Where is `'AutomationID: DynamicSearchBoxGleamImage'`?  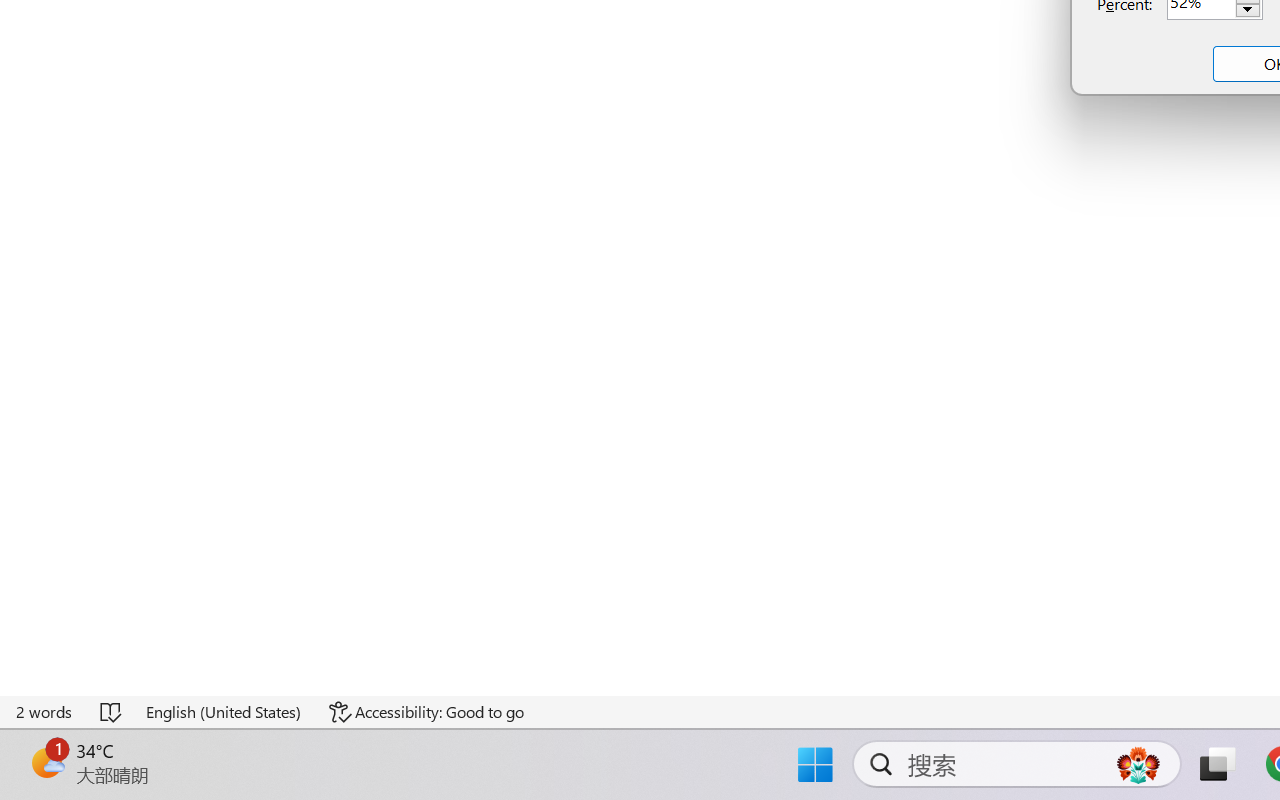 'AutomationID: DynamicSearchBoxGleamImage' is located at coordinates (1138, 764).